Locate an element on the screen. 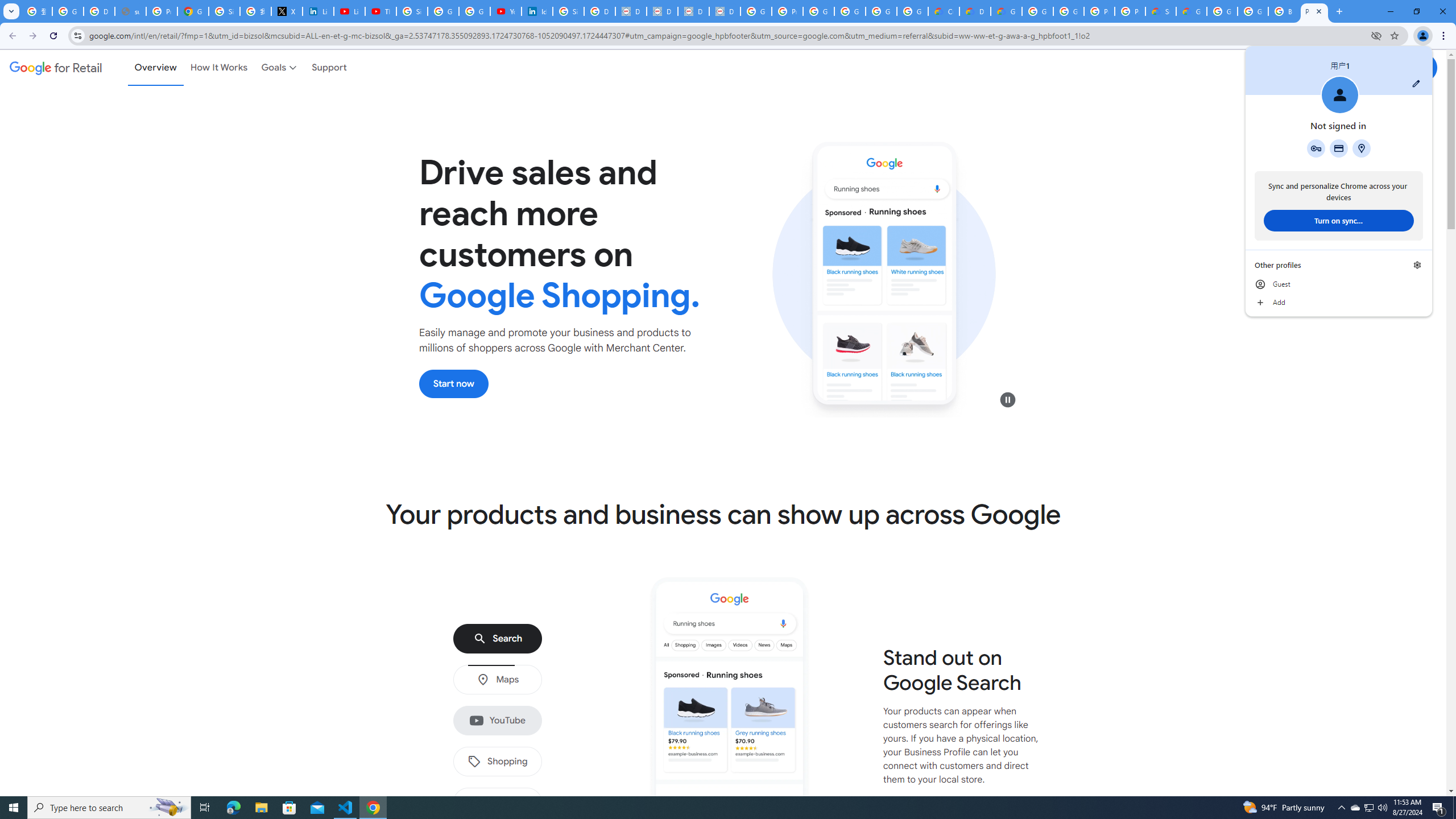  'Add' is located at coordinates (1338, 303).